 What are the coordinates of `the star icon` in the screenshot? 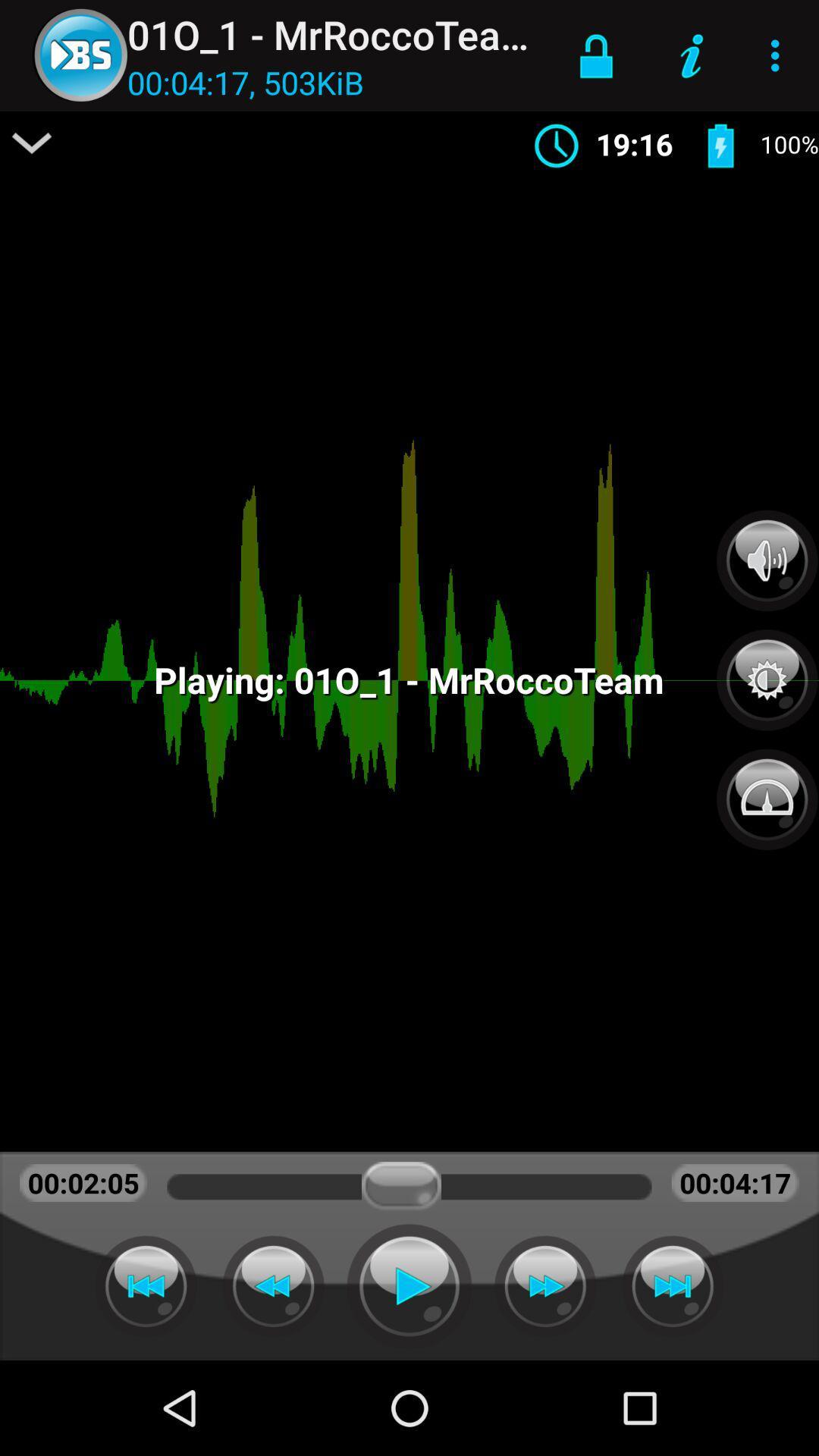 It's located at (767, 671).